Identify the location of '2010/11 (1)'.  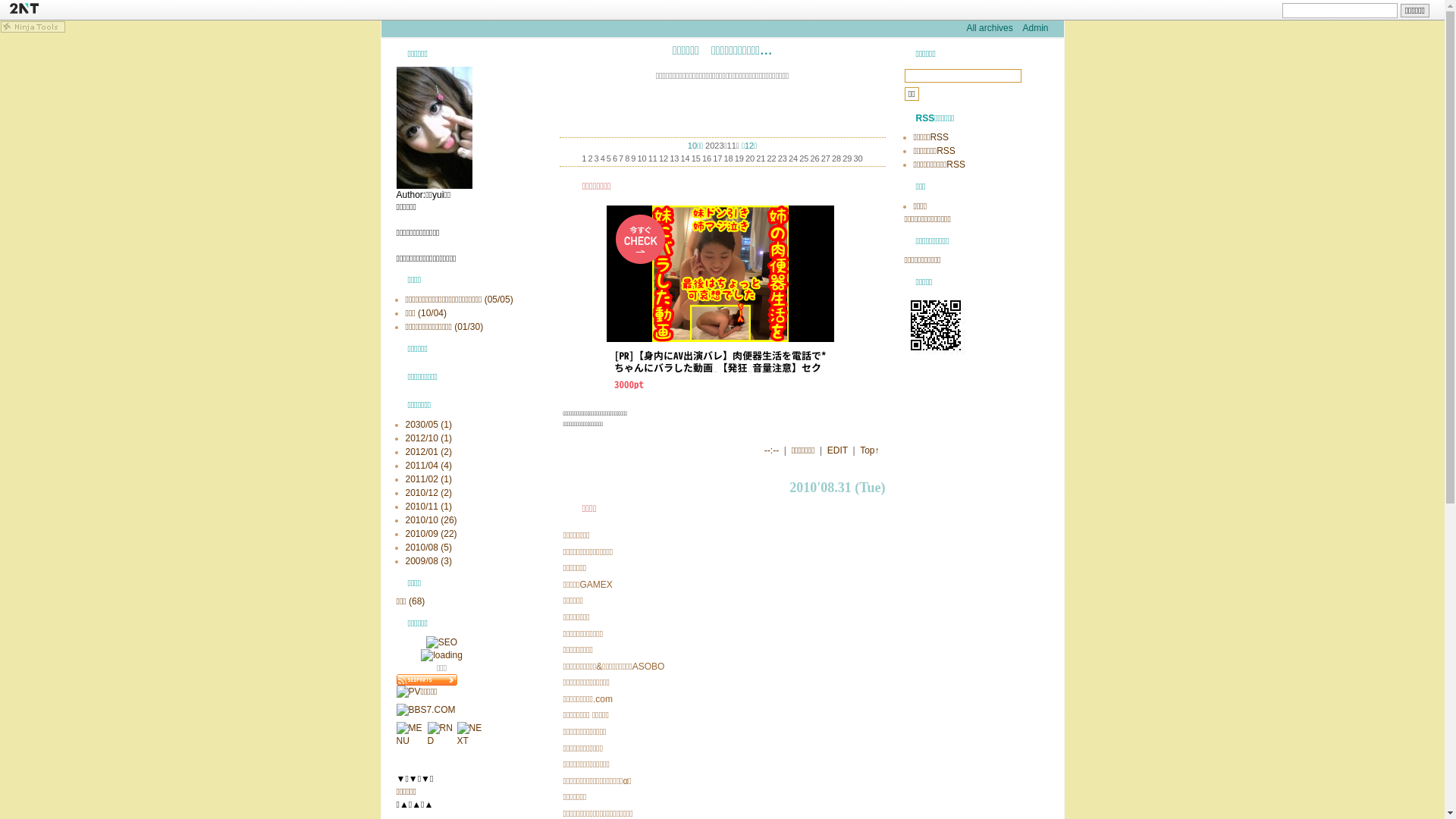
(427, 506).